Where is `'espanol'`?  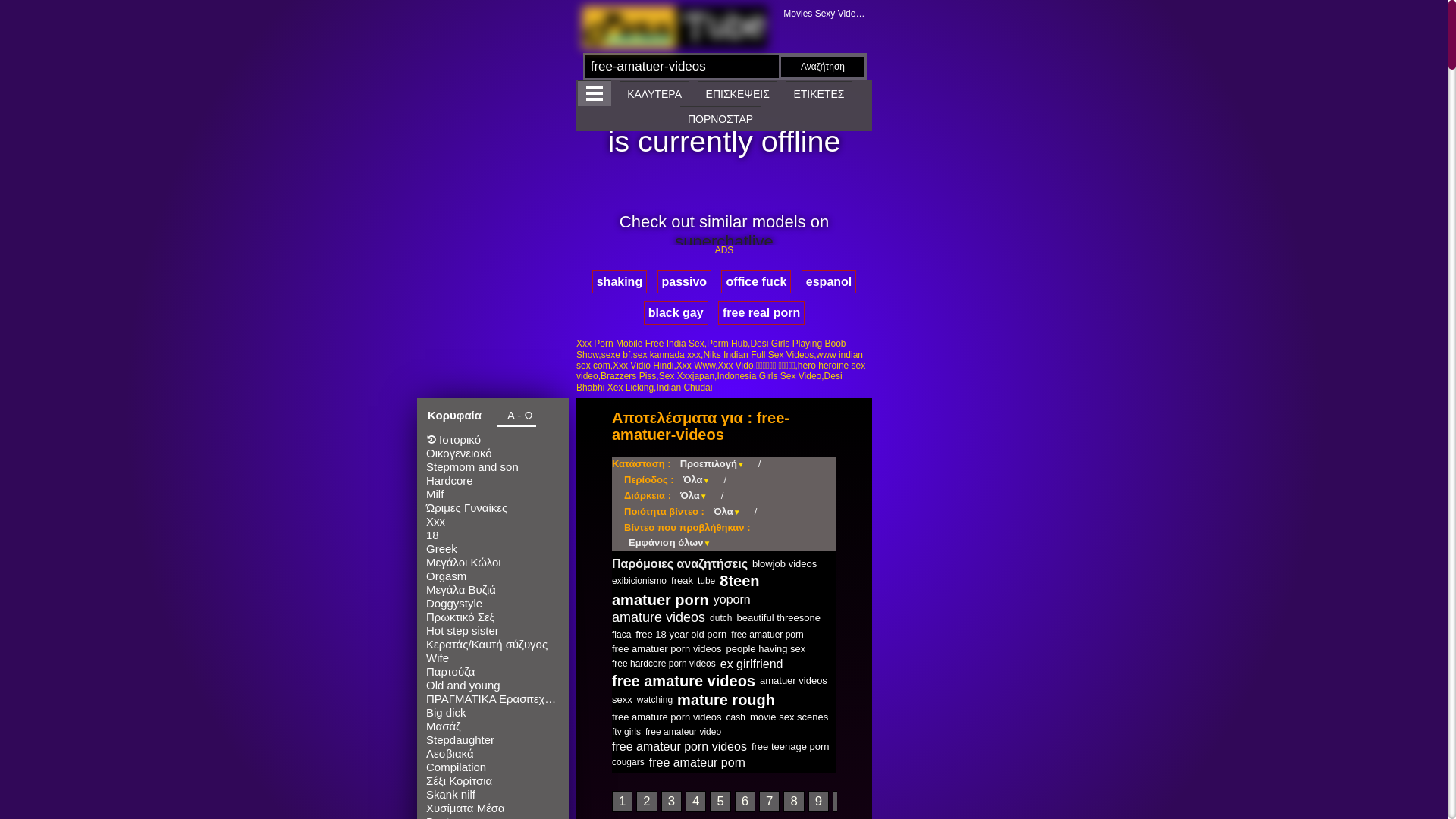 'espanol' is located at coordinates (828, 281).